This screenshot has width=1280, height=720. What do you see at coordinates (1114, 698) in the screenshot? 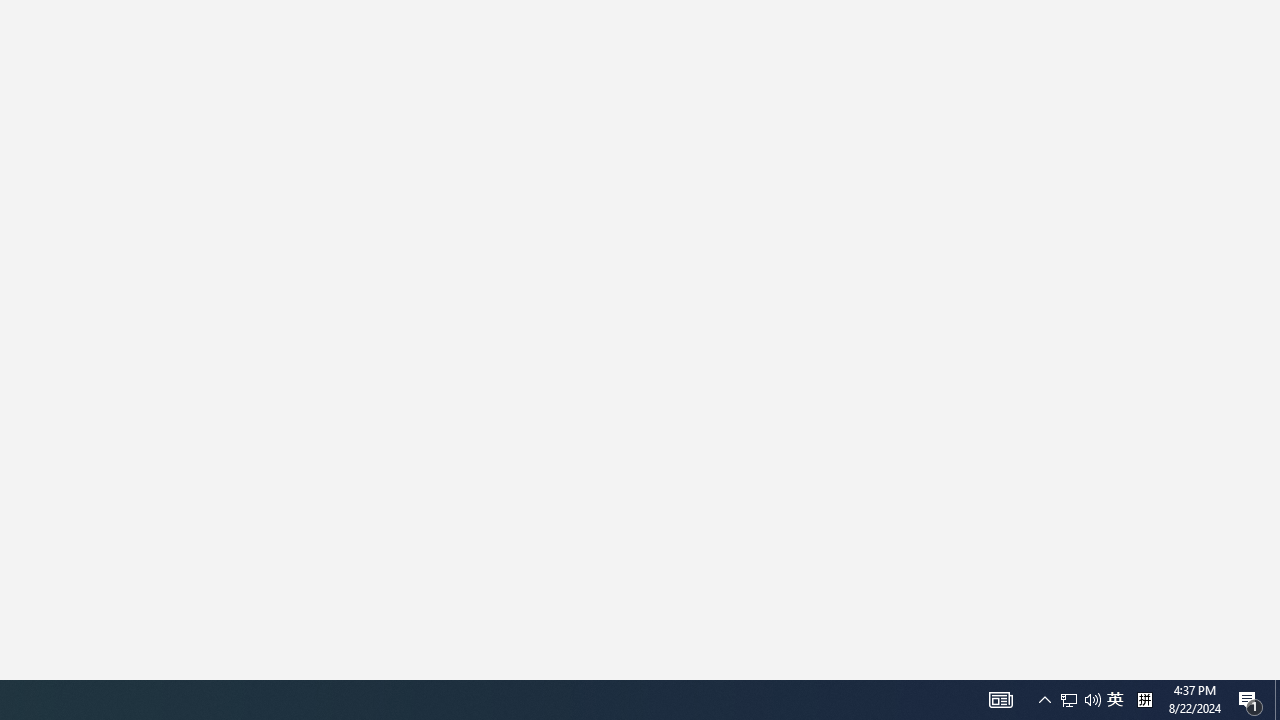
I see `'Q2790: 100%'` at bounding box center [1114, 698].